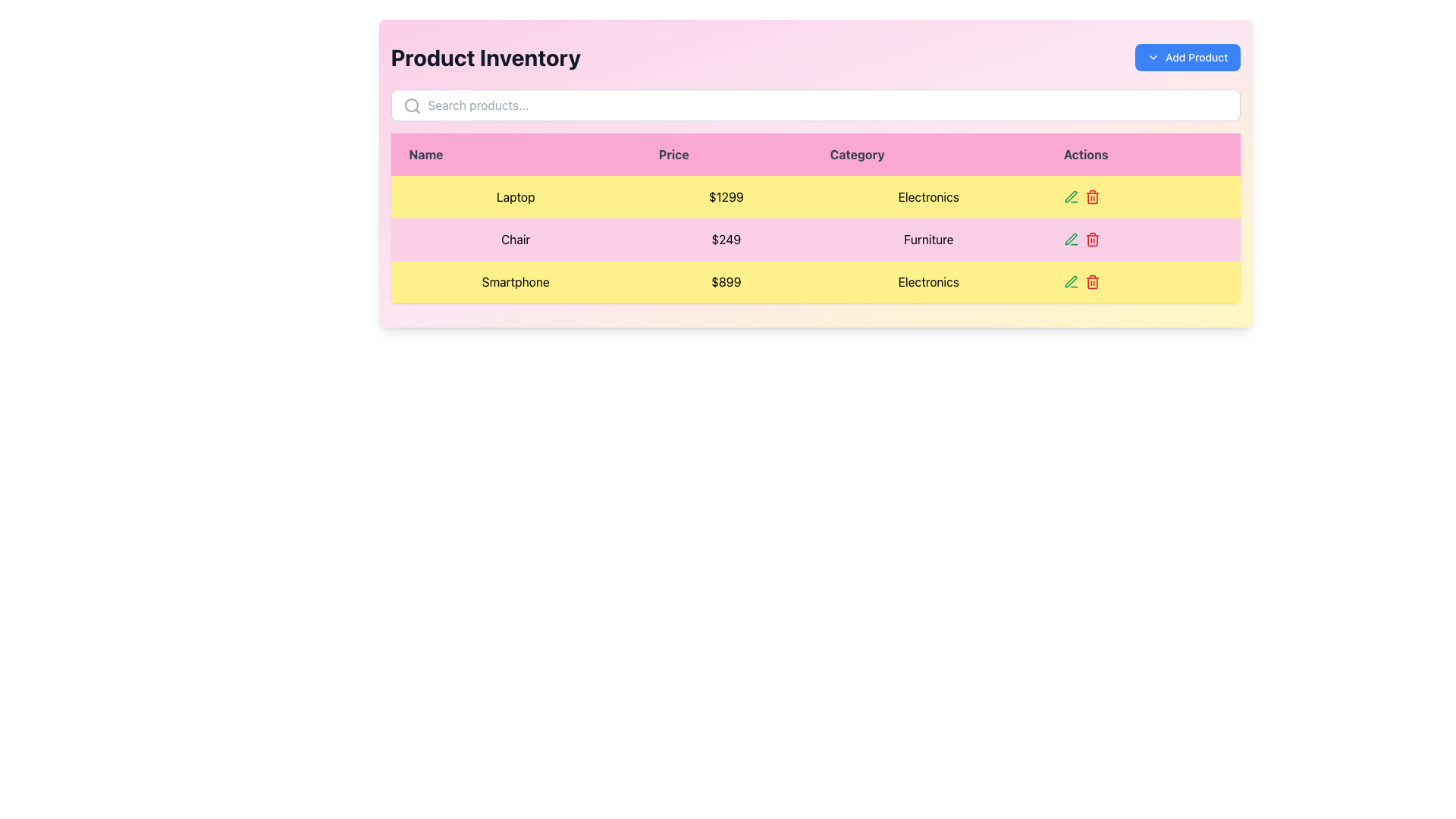 The height and width of the screenshot is (819, 1456). I want to click on the static text displaying '$899' in bold font on a yellow background, which represents the price field for the 'Smartphone' in the product listing interface, so click(725, 281).